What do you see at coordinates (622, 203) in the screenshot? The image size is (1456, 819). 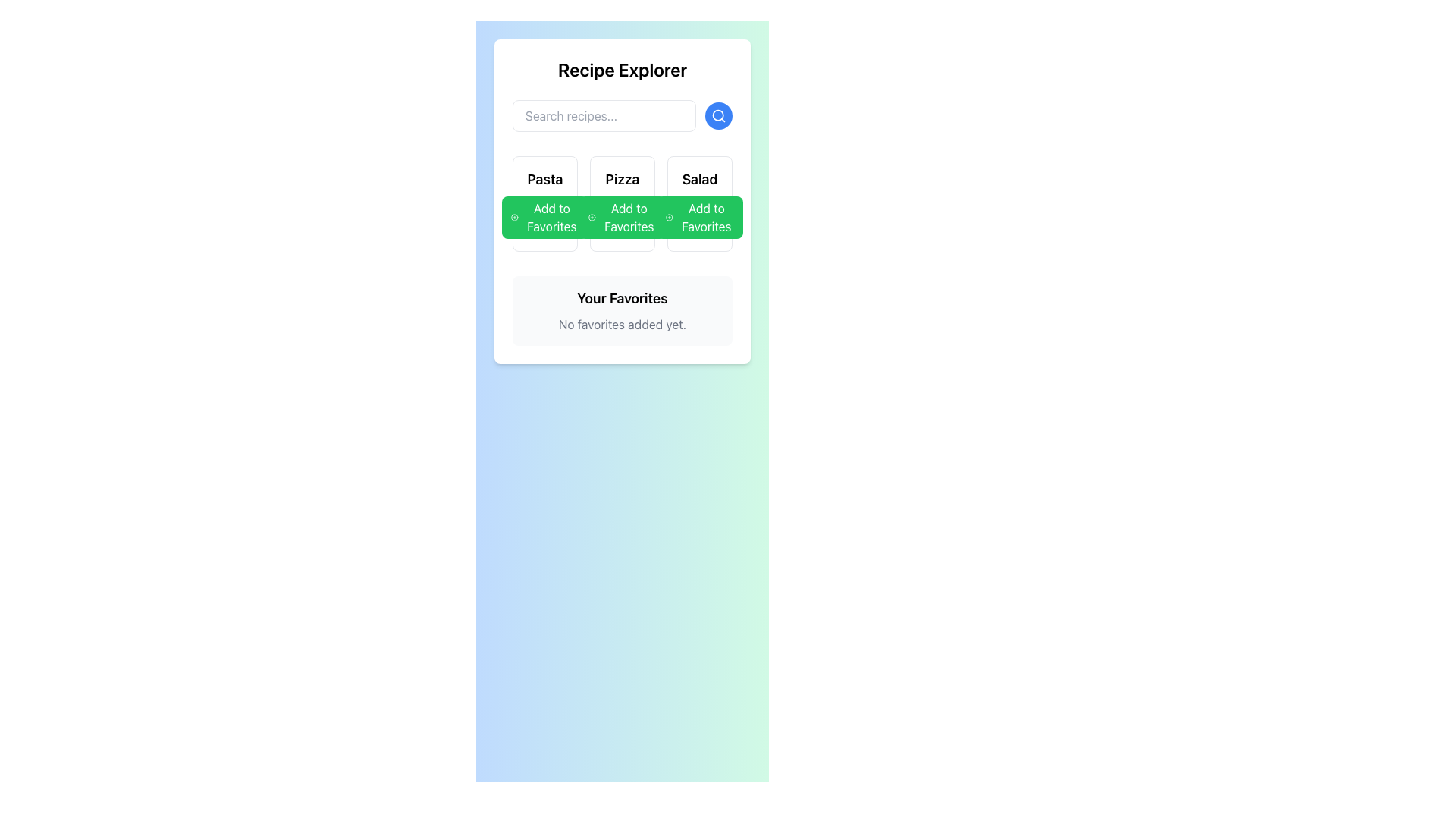 I see `the green 'Add to Favorites' buttons in the grid layout that contains 'Pasta', 'Pizza', and 'Salad' sections` at bounding box center [622, 203].